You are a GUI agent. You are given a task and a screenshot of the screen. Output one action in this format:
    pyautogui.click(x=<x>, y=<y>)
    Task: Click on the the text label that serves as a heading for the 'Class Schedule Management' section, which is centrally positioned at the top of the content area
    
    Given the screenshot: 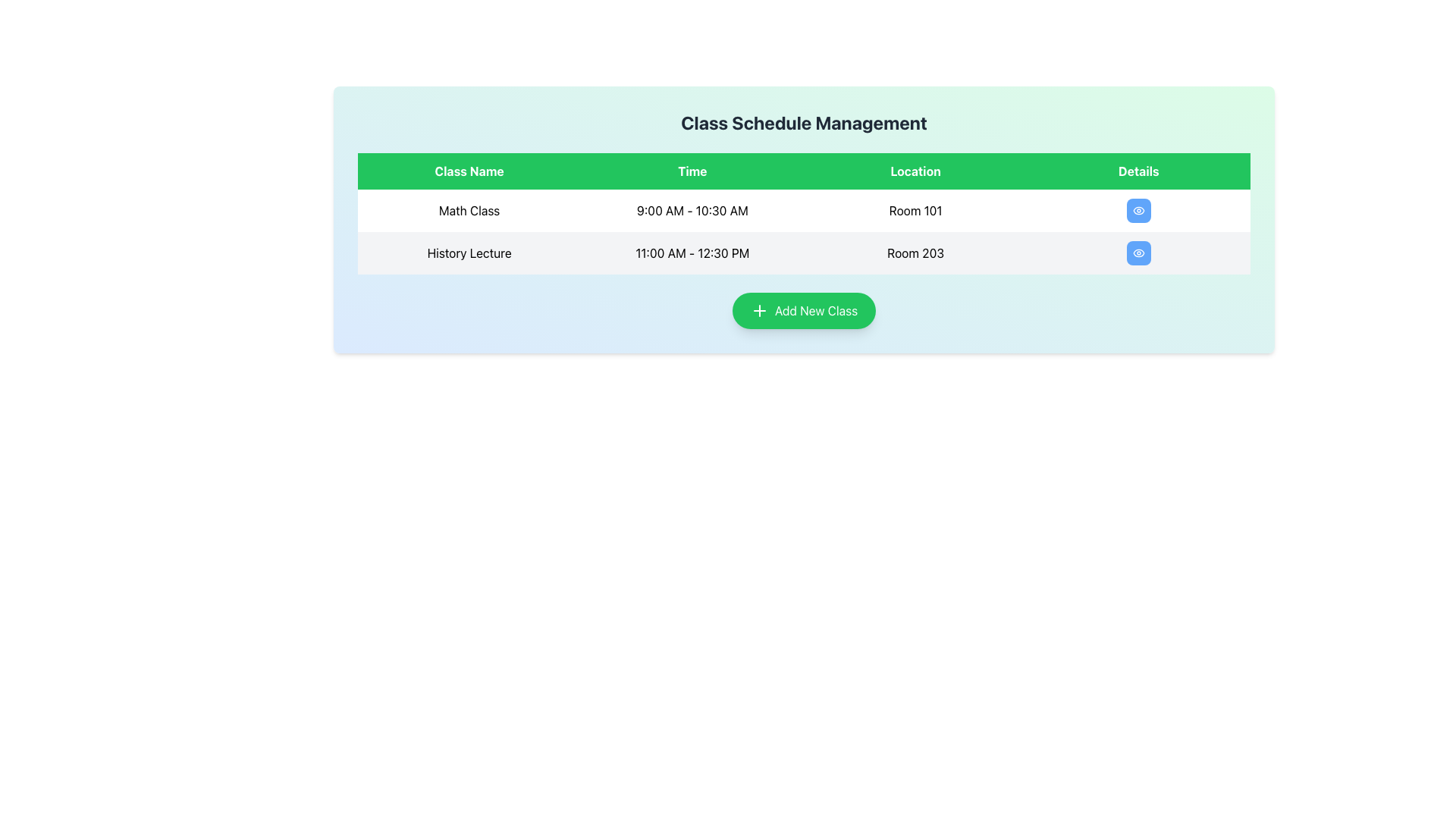 What is the action you would take?
    pyautogui.click(x=803, y=122)
    